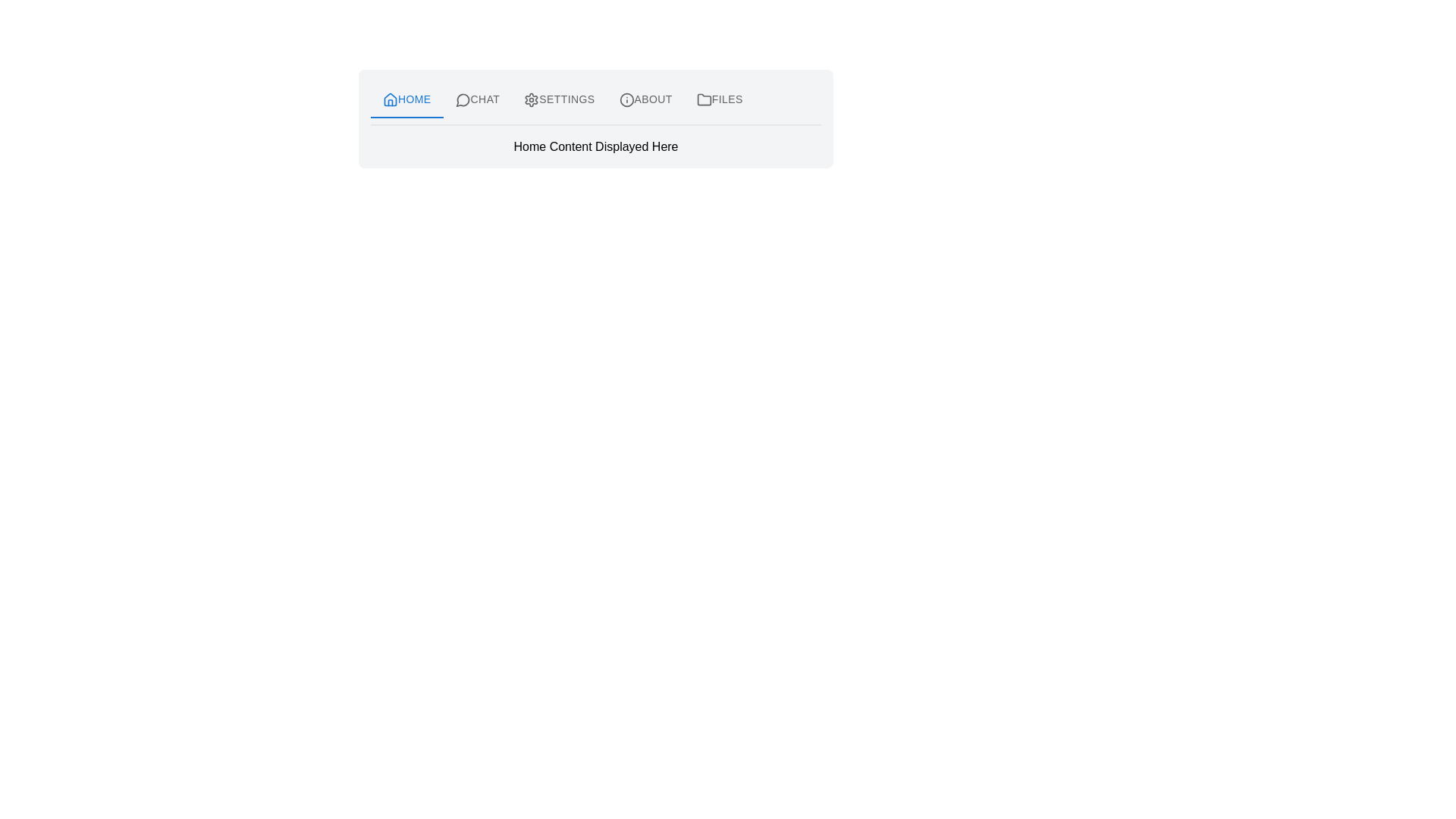  Describe the element at coordinates (532, 99) in the screenshot. I see `the 'Settings' icon in the navigation bar` at that location.